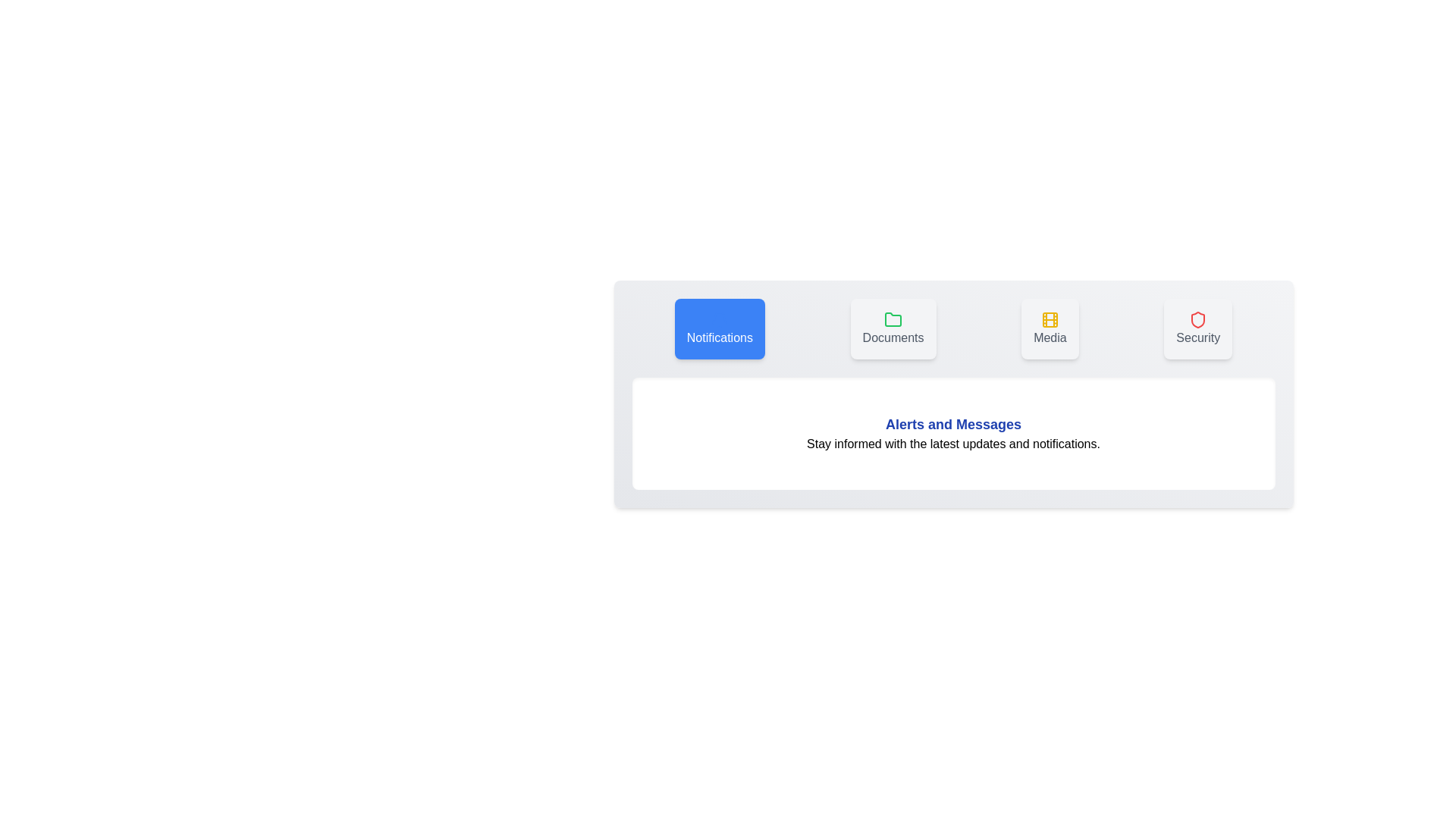 This screenshot has width=1456, height=819. I want to click on the tab labeled Media to view its content, so click(1049, 328).